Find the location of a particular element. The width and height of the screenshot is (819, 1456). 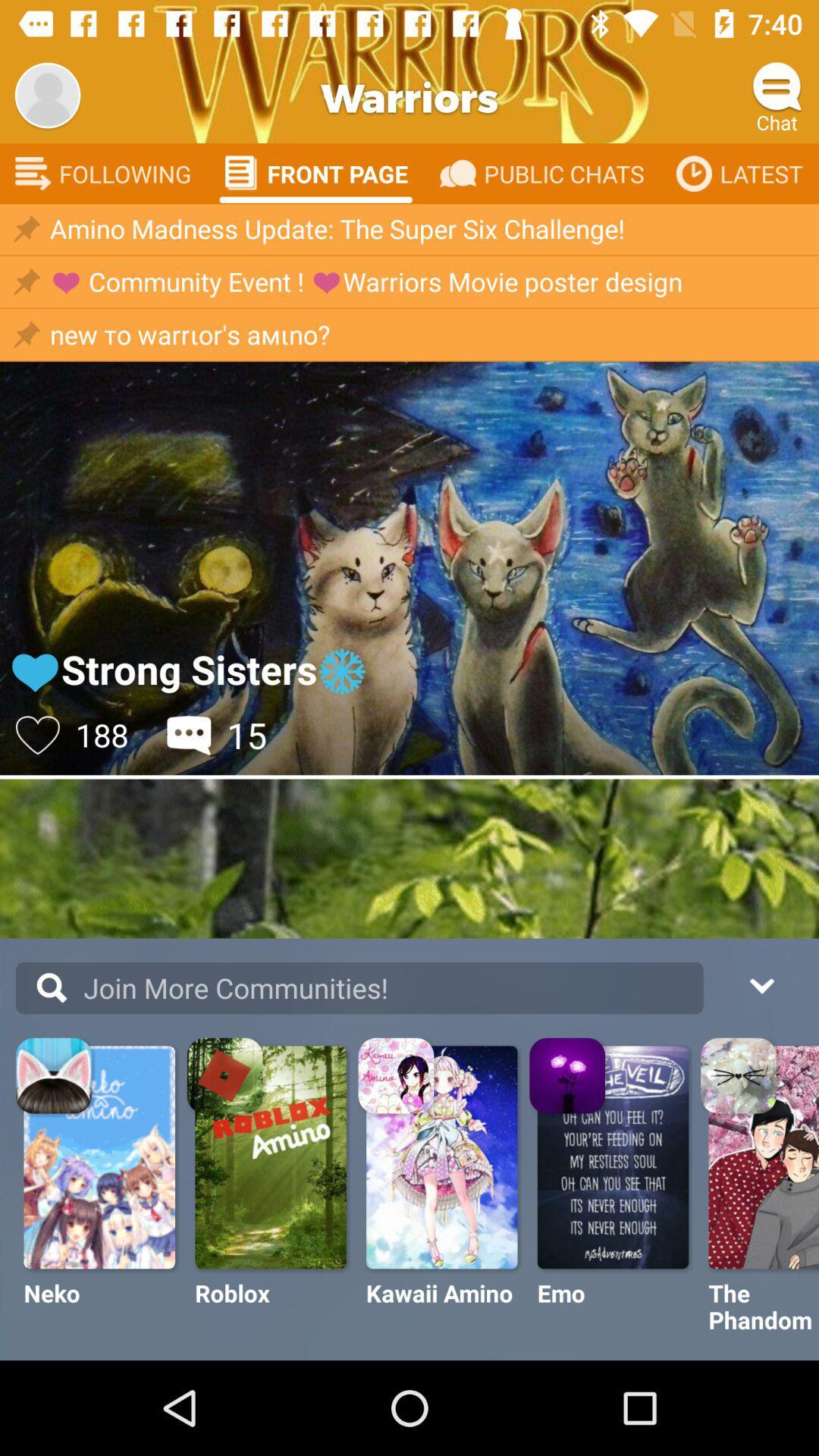

the expand_more icon is located at coordinates (761, 984).